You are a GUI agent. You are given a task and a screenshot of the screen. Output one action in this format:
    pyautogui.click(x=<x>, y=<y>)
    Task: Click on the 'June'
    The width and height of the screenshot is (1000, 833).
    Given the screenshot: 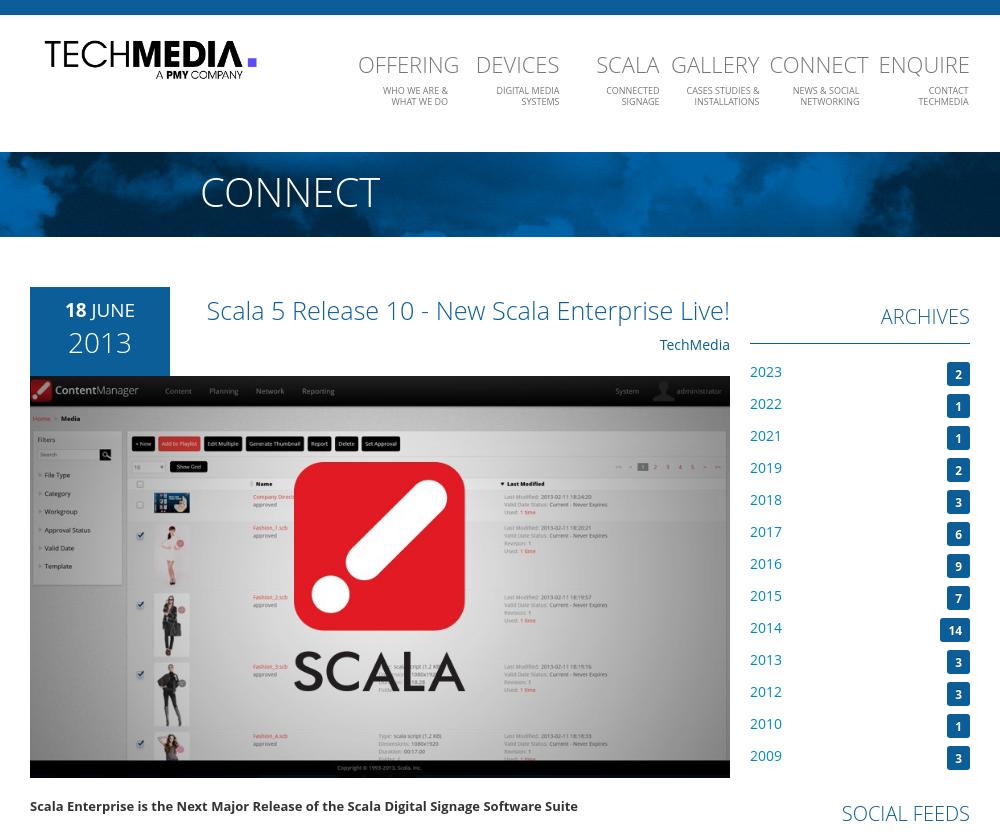 What is the action you would take?
    pyautogui.click(x=90, y=307)
    